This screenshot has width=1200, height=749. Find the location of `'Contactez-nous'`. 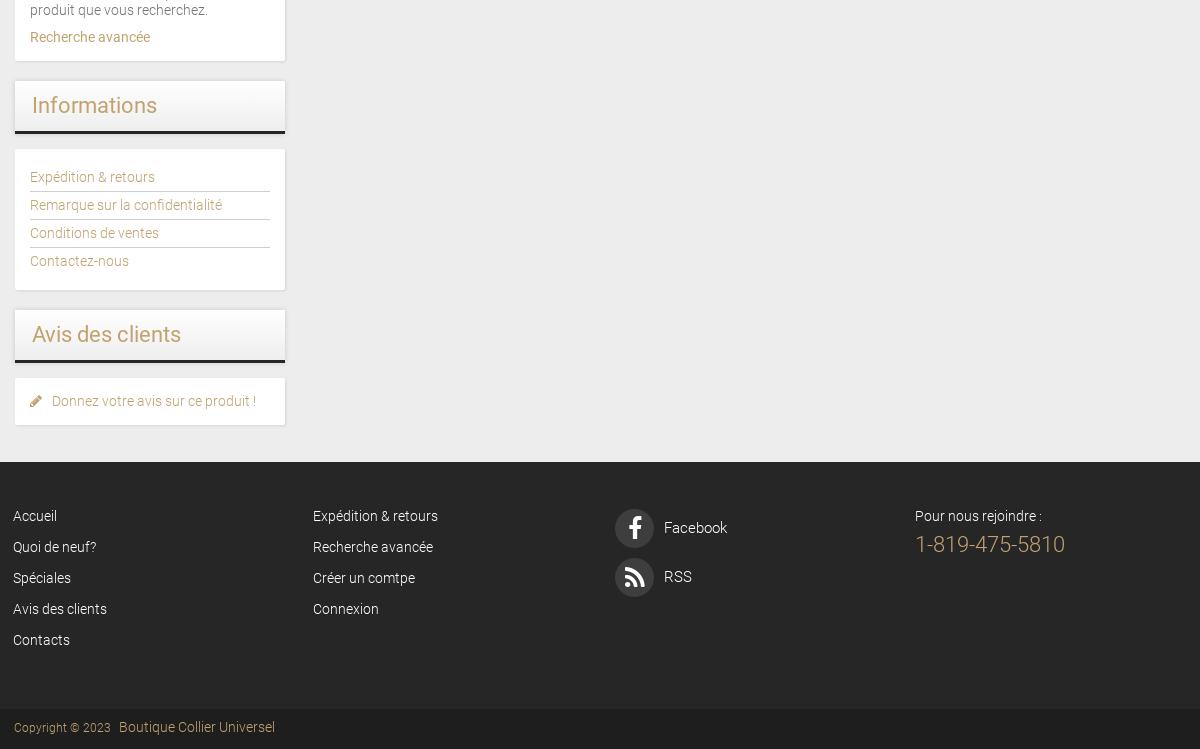

'Contactez-nous' is located at coordinates (79, 261).